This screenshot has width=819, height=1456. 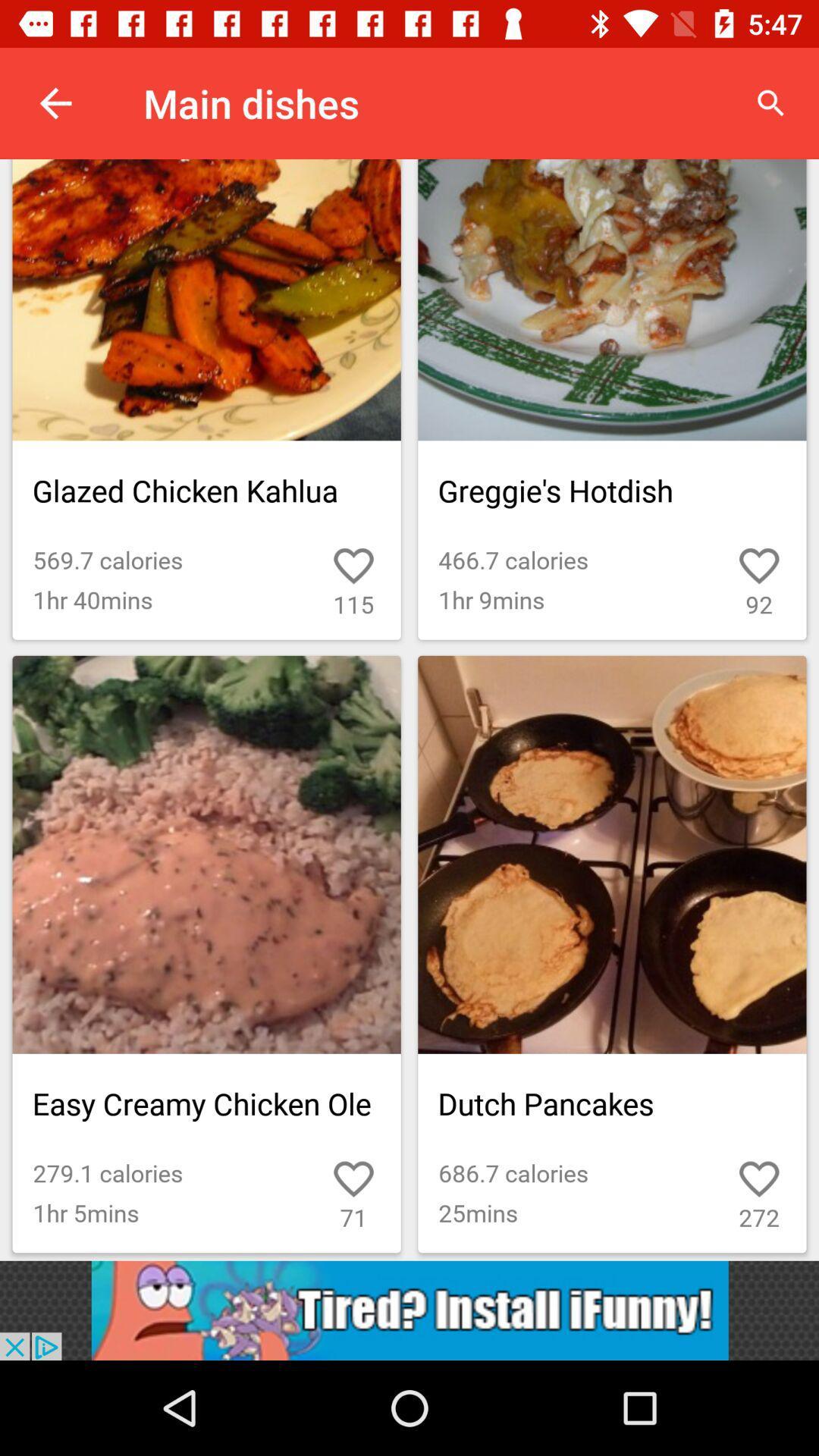 I want to click on the text which is above the 5697 calories, so click(x=207, y=491).